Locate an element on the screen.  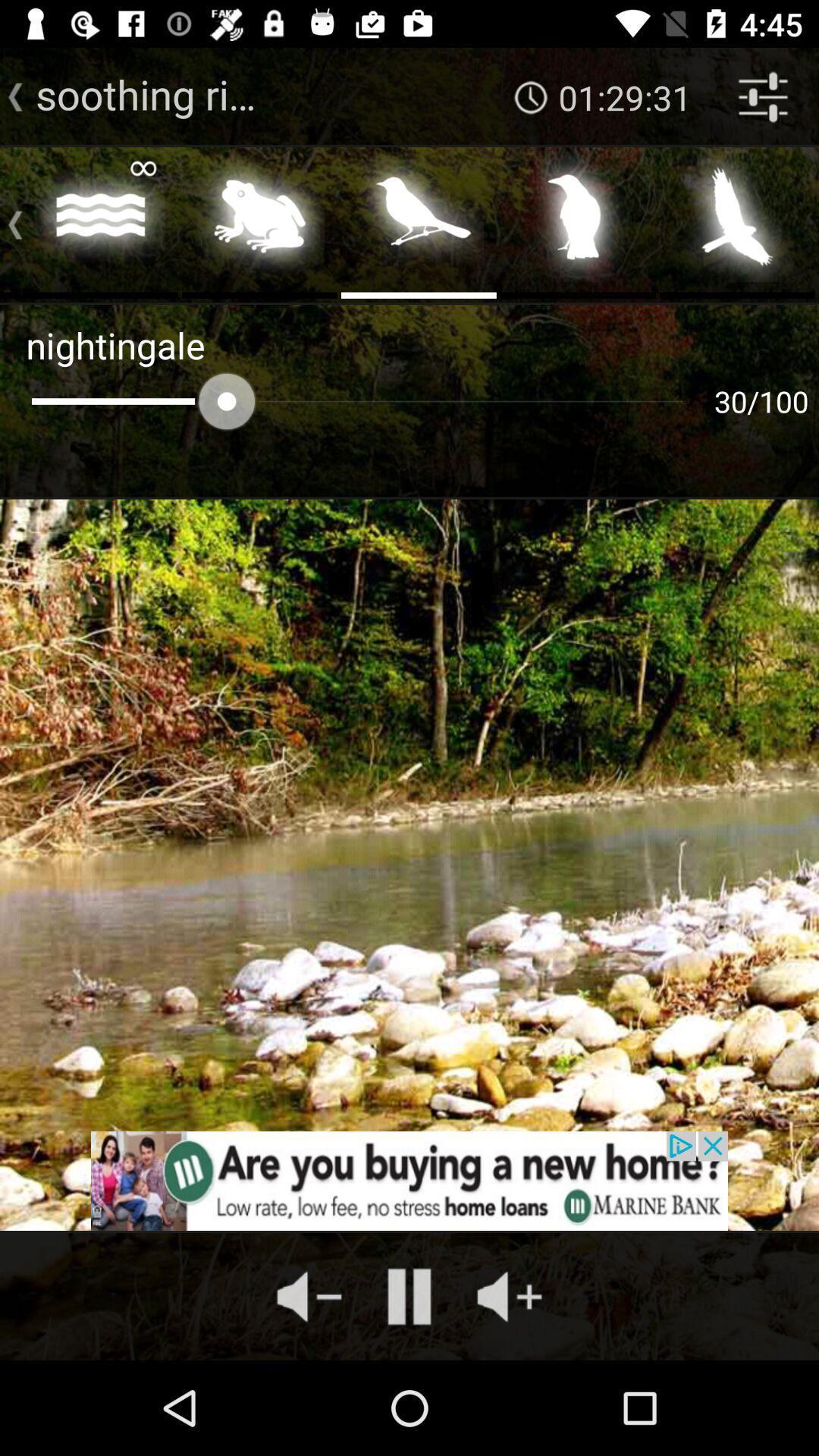
the time icon is located at coordinates (532, 96).